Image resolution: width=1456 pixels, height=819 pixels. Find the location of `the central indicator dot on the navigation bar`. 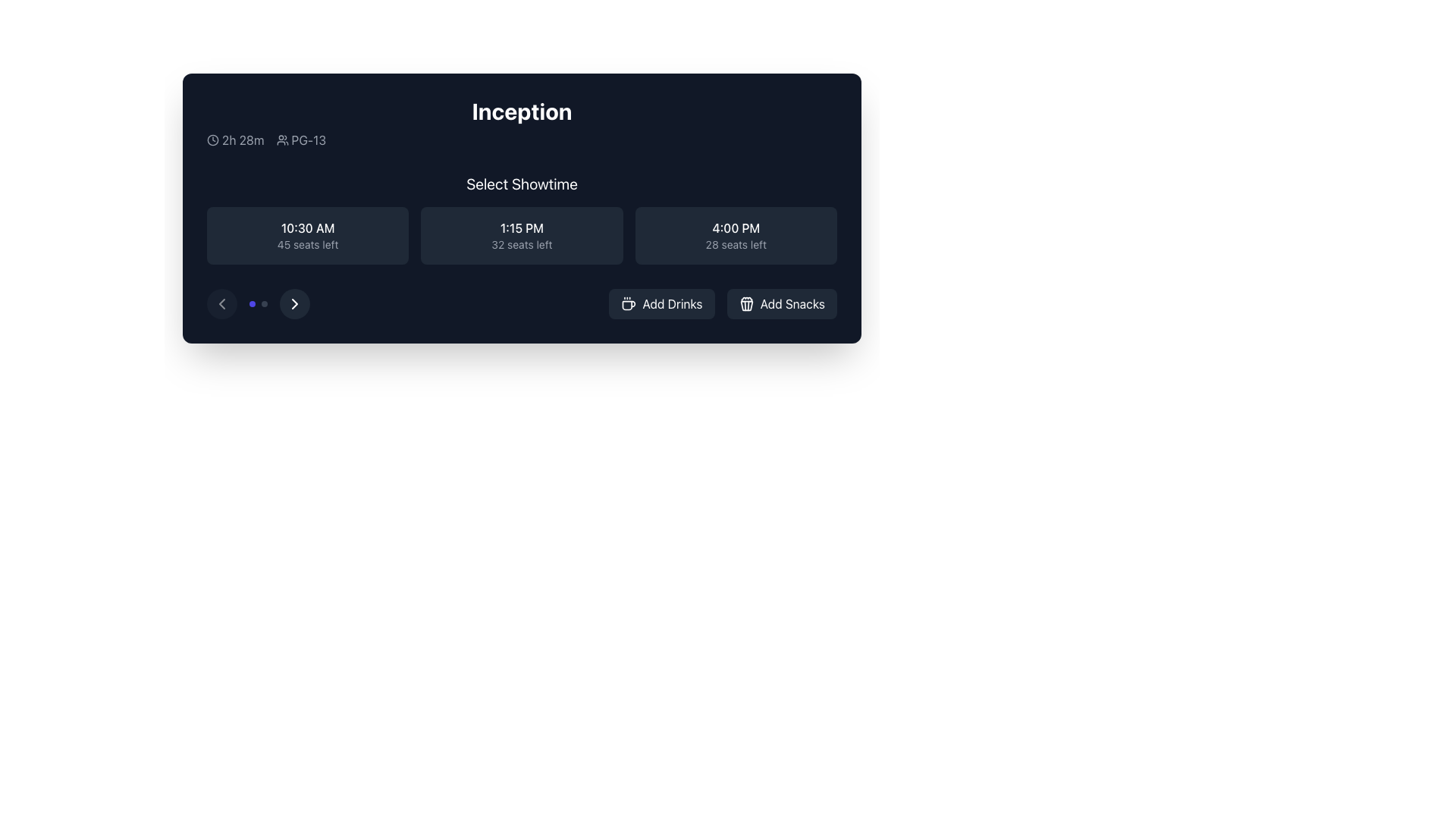

the central indicator dot on the navigation bar is located at coordinates (258, 304).